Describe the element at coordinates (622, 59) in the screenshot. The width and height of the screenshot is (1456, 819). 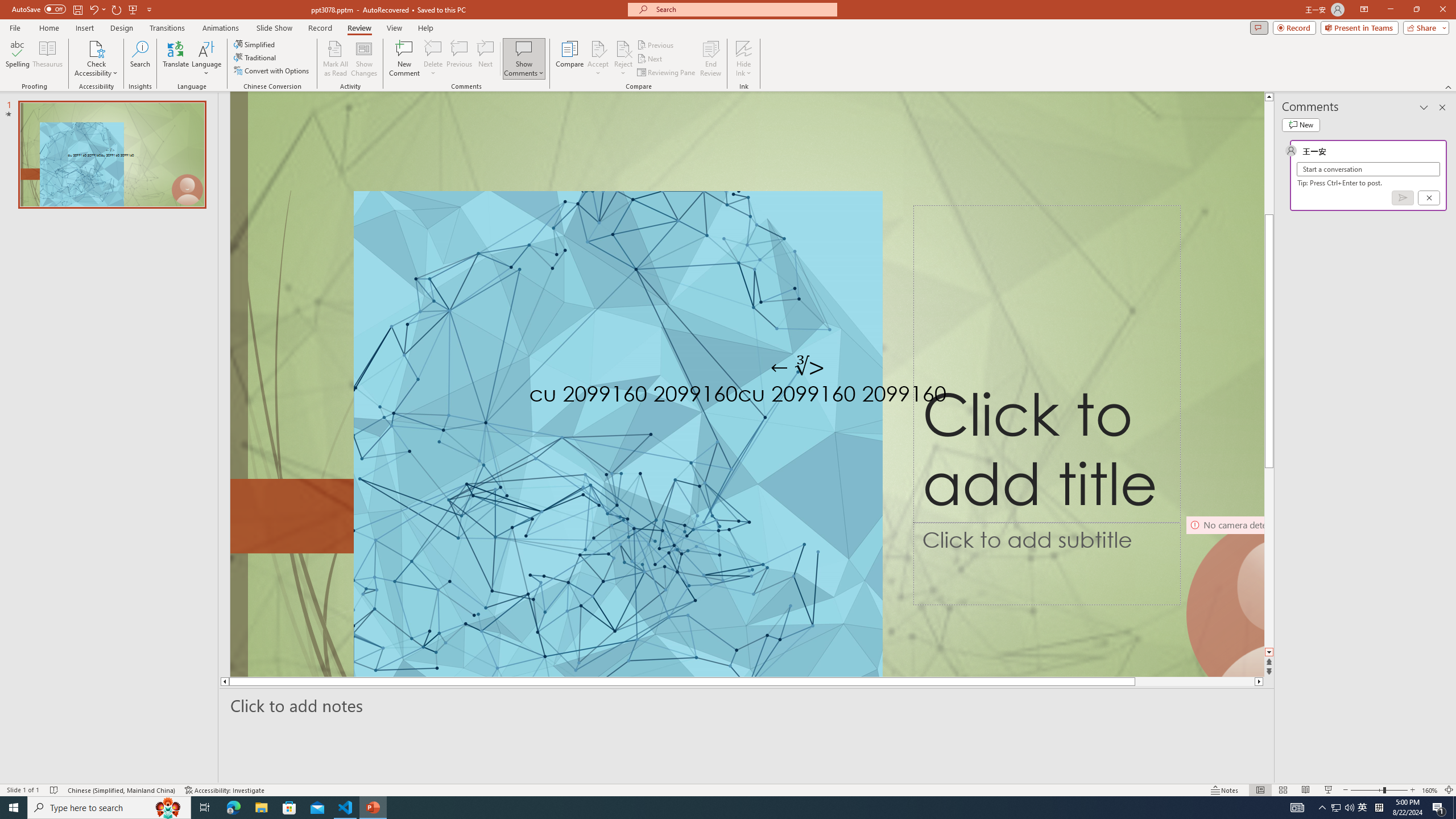
I see `'Reject'` at that location.